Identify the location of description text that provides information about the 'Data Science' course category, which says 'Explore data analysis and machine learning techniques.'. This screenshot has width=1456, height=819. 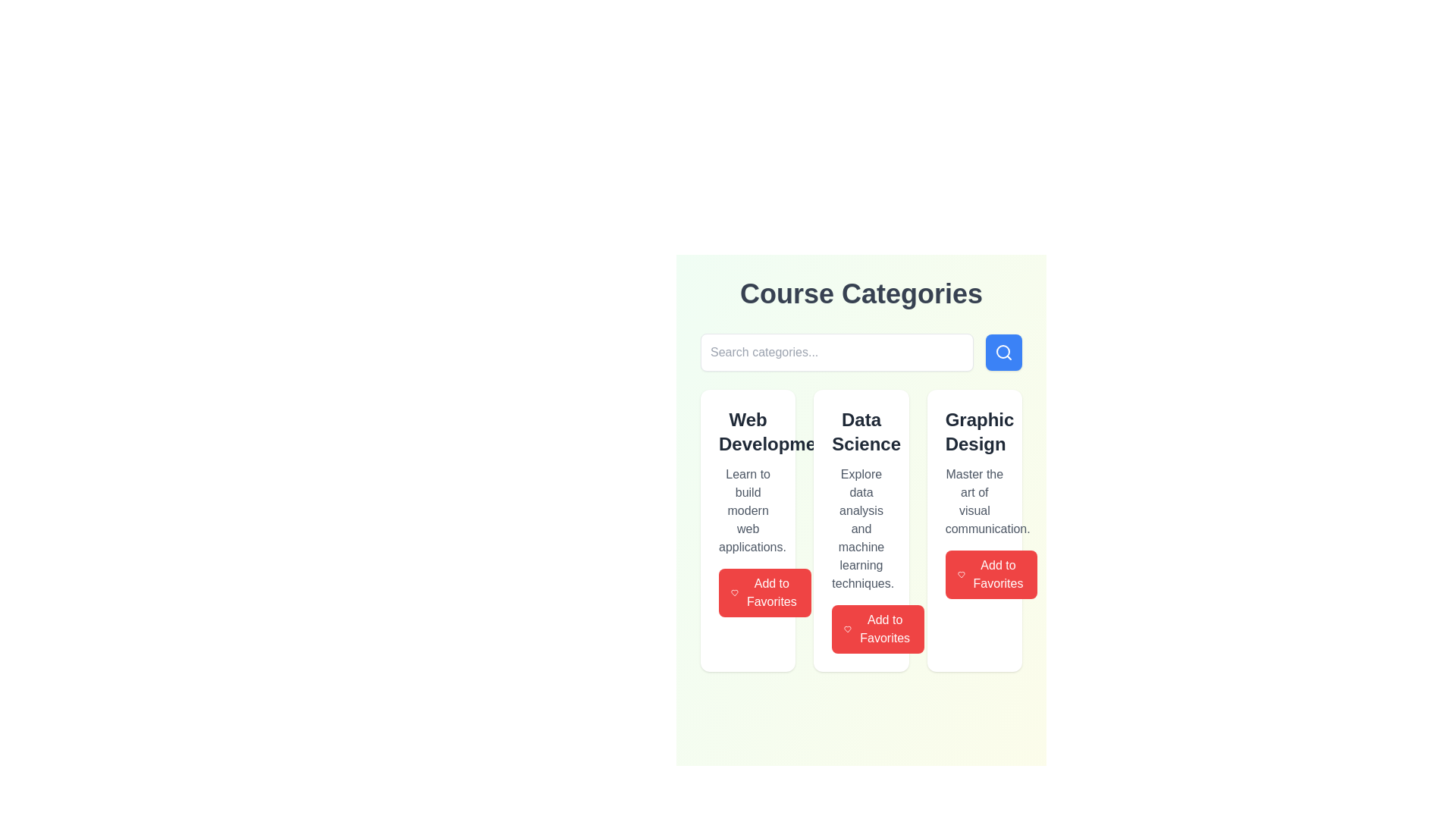
(861, 529).